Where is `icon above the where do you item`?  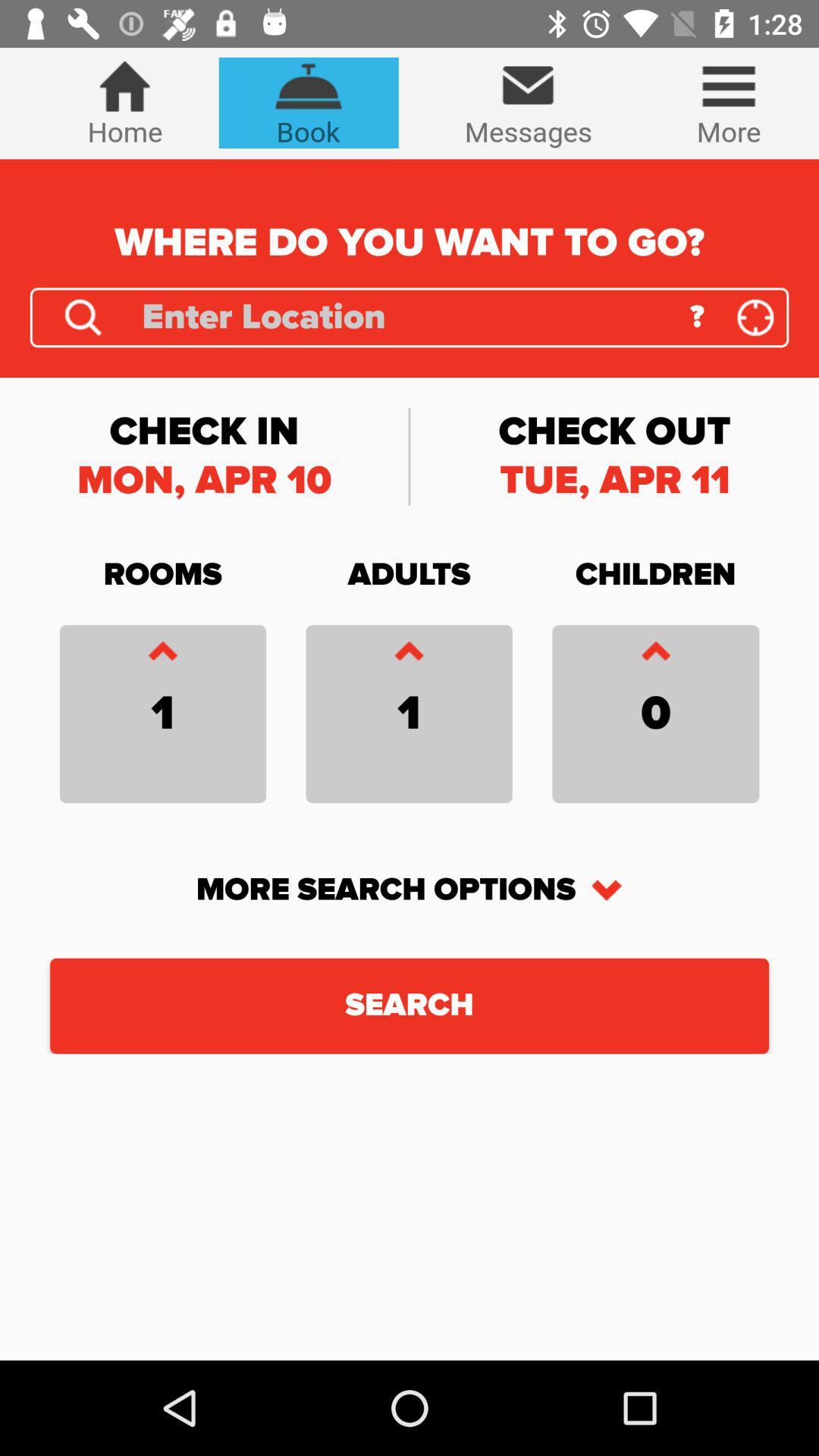
icon above the where do you item is located at coordinates (307, 102).